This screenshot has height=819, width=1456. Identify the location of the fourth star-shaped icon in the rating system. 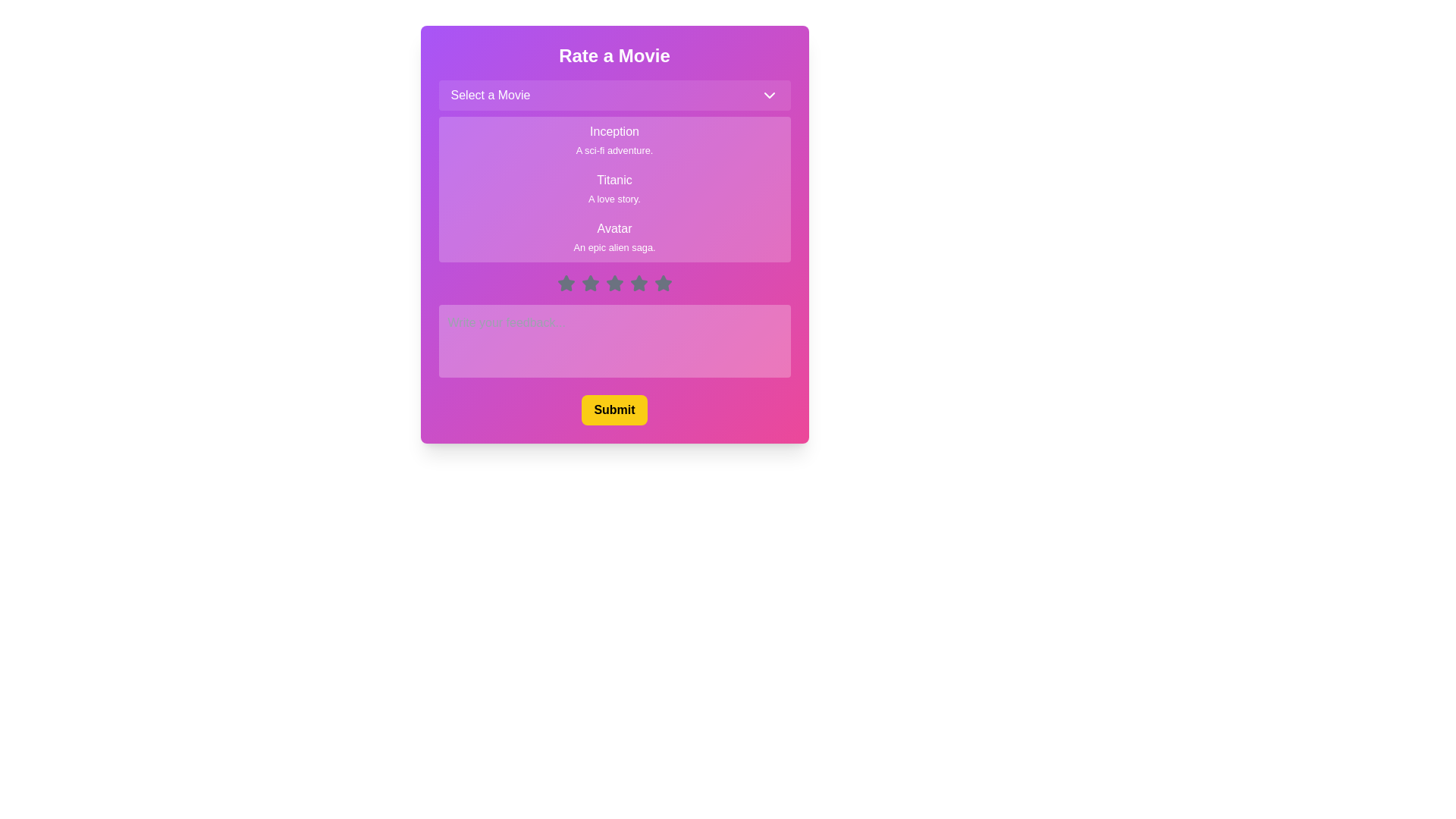
(639, 283).